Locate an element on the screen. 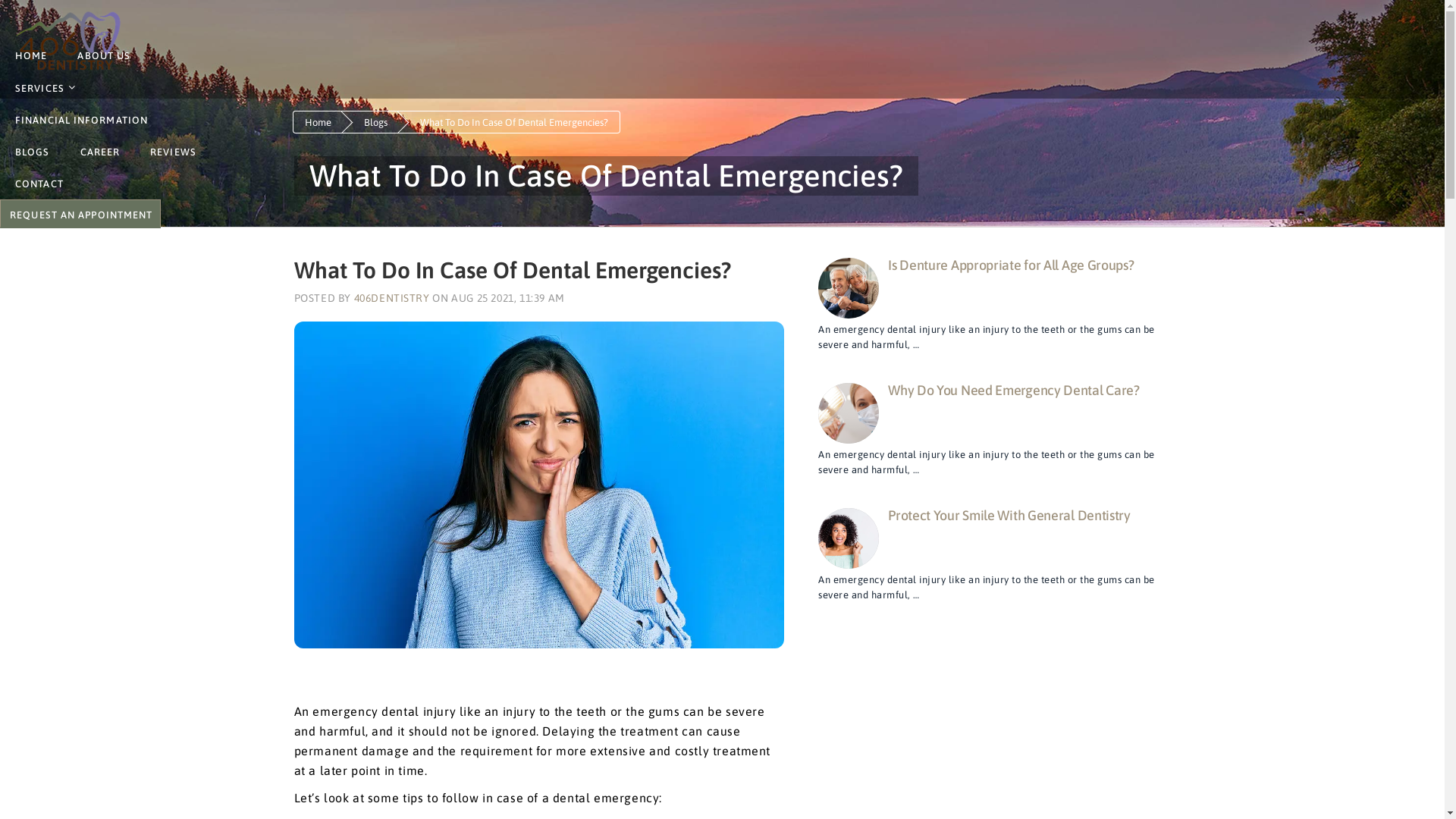 The height and width of the screenshot is (819, 1456). 'Blogs' is located at coordinates (375, 121).